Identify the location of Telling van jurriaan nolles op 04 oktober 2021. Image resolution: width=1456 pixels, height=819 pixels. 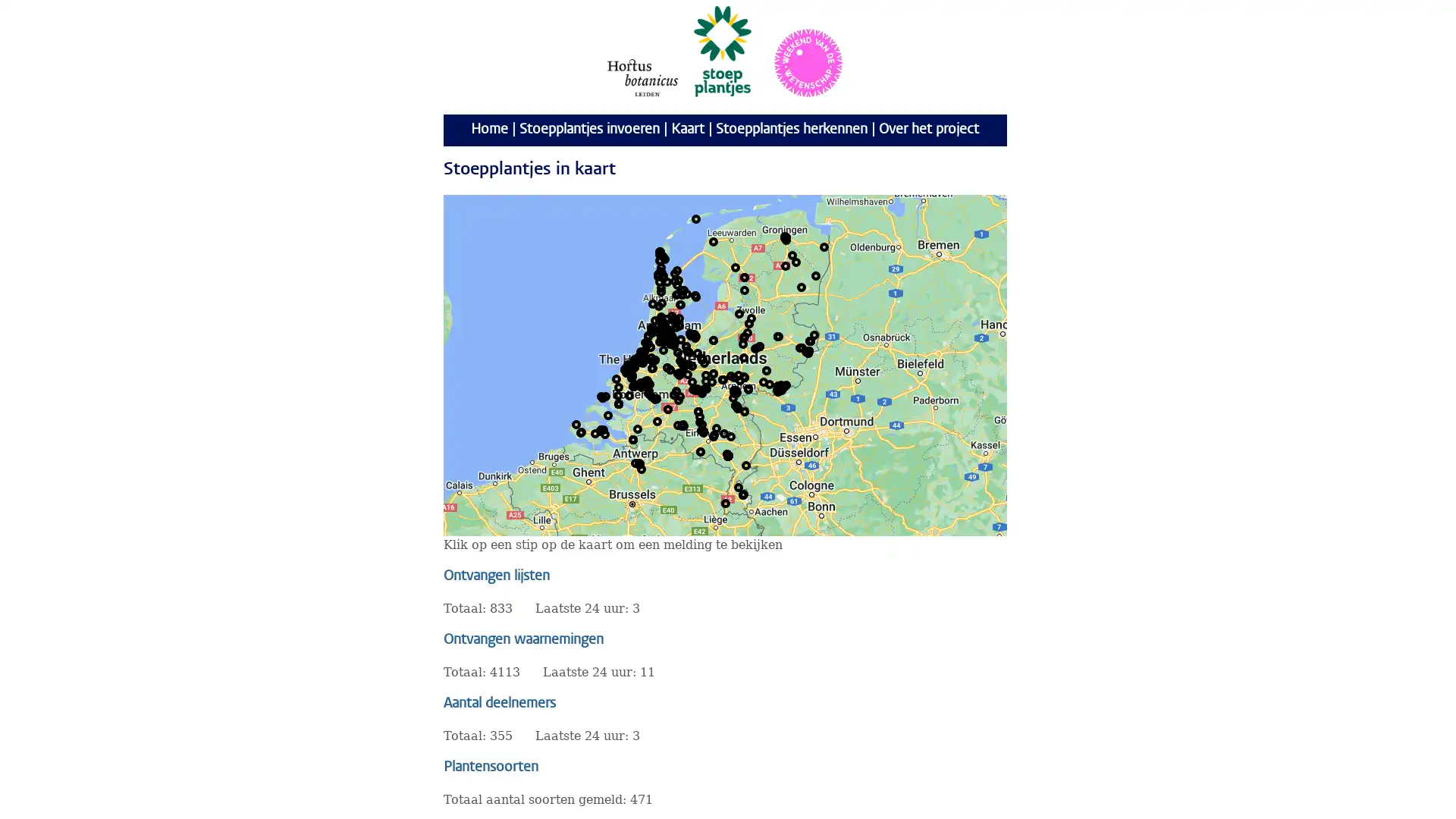
(716, 427).